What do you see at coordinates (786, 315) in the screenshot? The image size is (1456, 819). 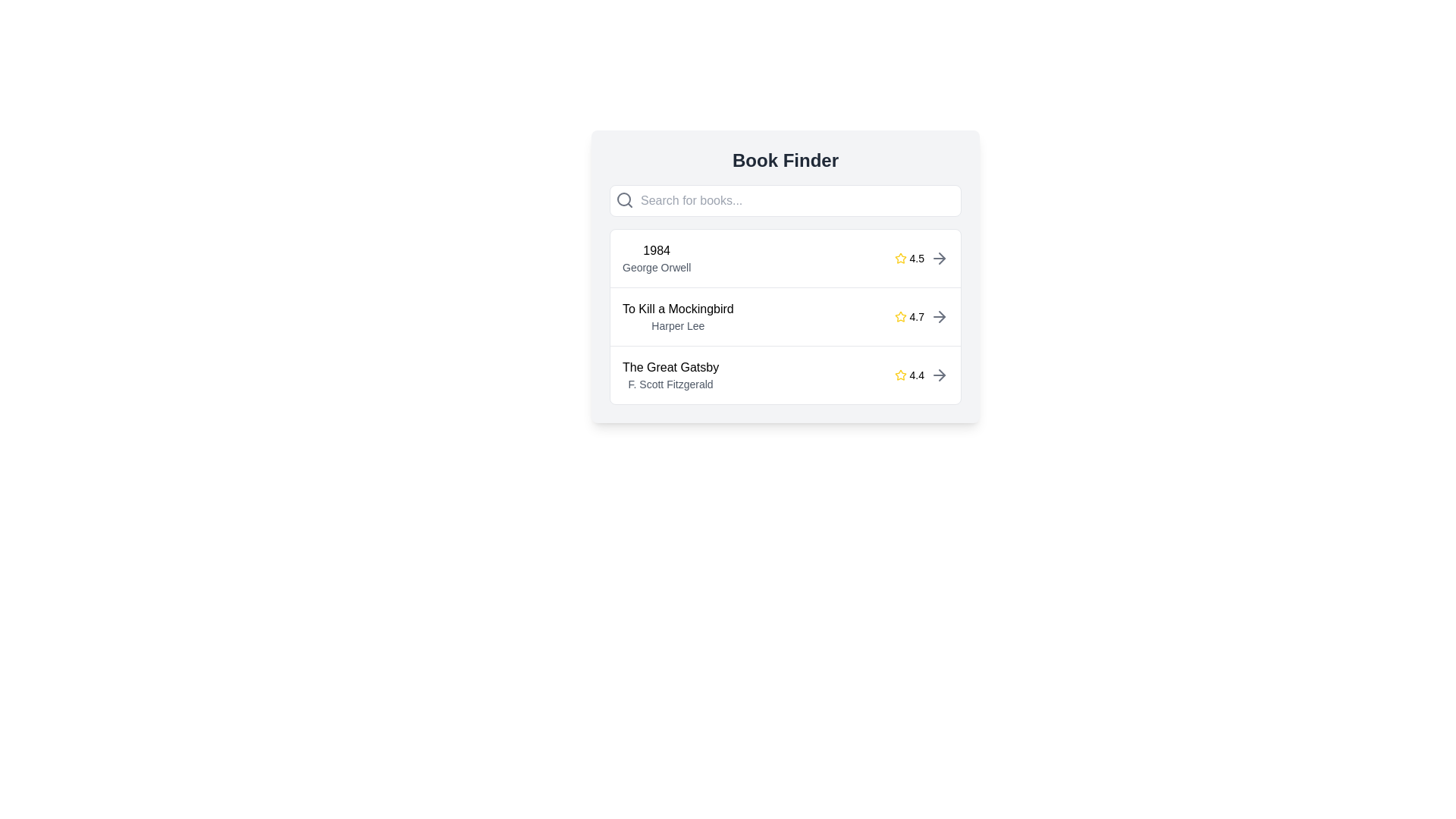 I see `to select the second list item representing a book, which is positioned between '1984' and 'The Great Gatsby' in the vertical list` at bounding box center [786, 315].